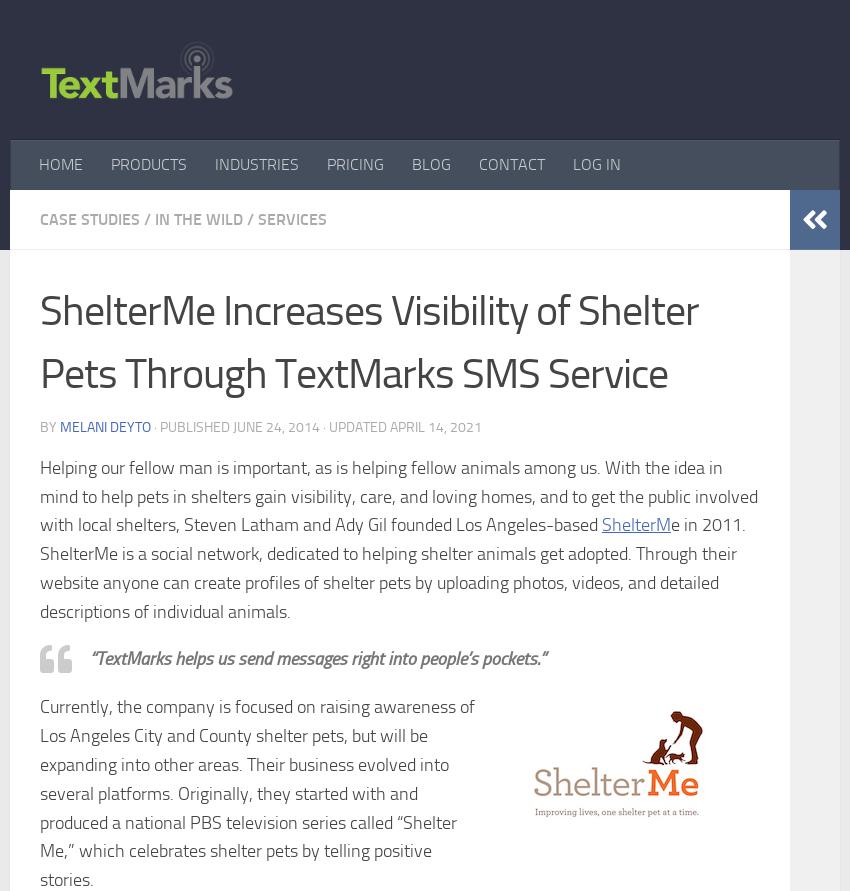 The width and height of the screenshot is (850, 891). Describe the element at coordinates (154, 426) in the screenshot. I see `'·
                            
                                Published'` at that location.